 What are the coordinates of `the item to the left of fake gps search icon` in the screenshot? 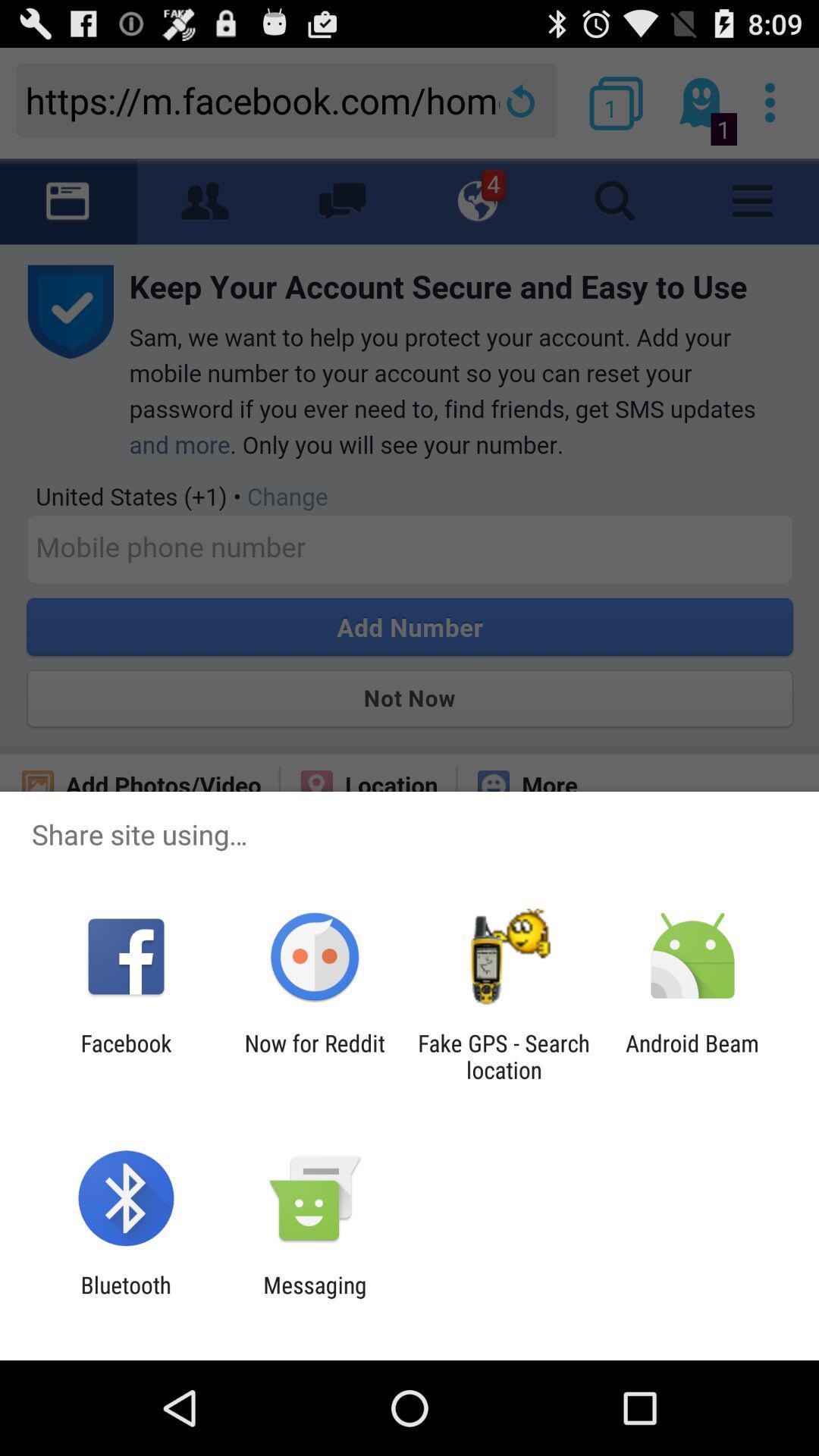 It's located at (314, 1056).